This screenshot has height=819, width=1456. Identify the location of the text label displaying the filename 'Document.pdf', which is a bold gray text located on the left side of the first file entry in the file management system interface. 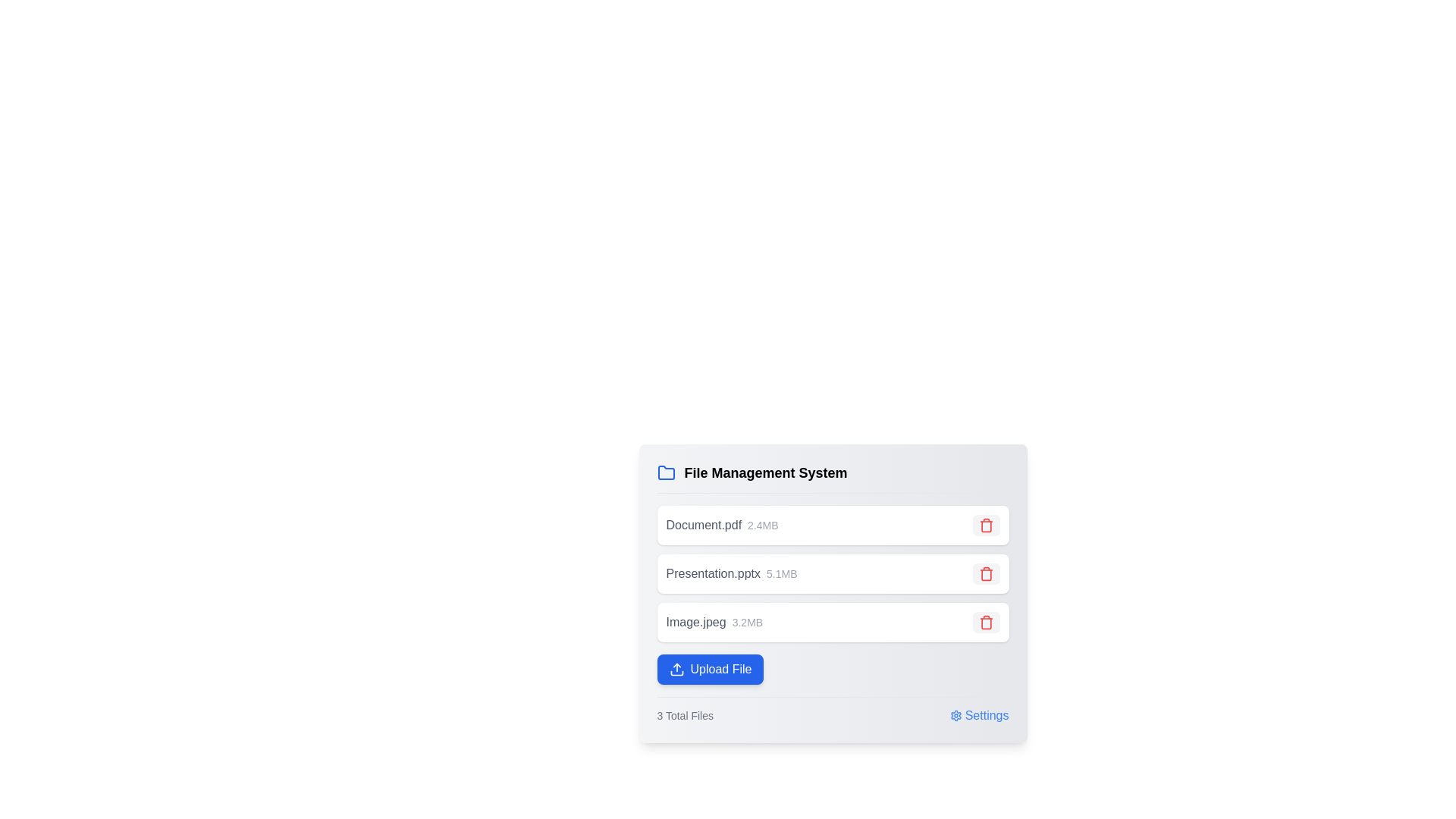
(703, 525).